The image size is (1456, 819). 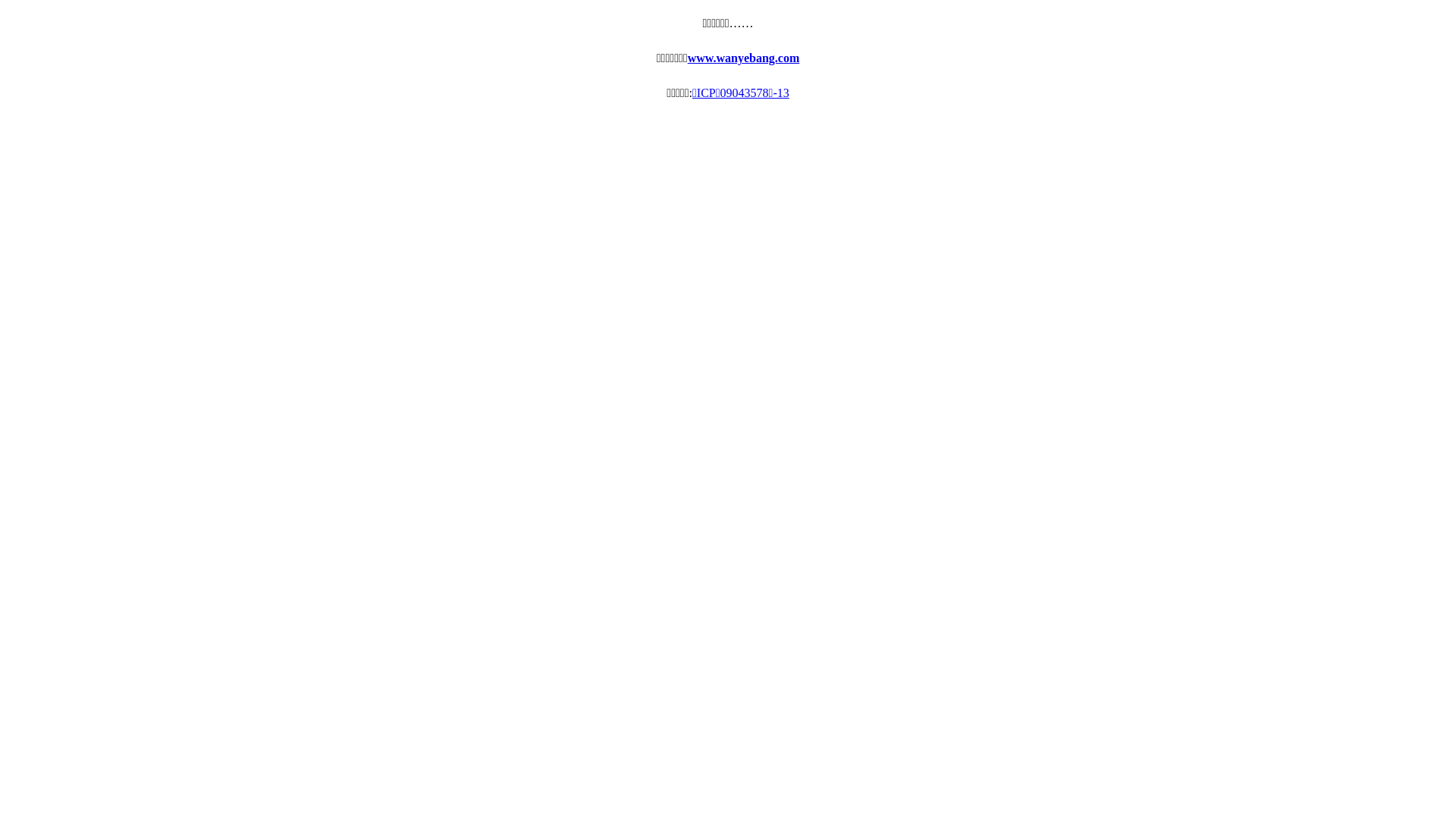 I want to click on 'www.wanyebang.com', so click(x=743, y=57).